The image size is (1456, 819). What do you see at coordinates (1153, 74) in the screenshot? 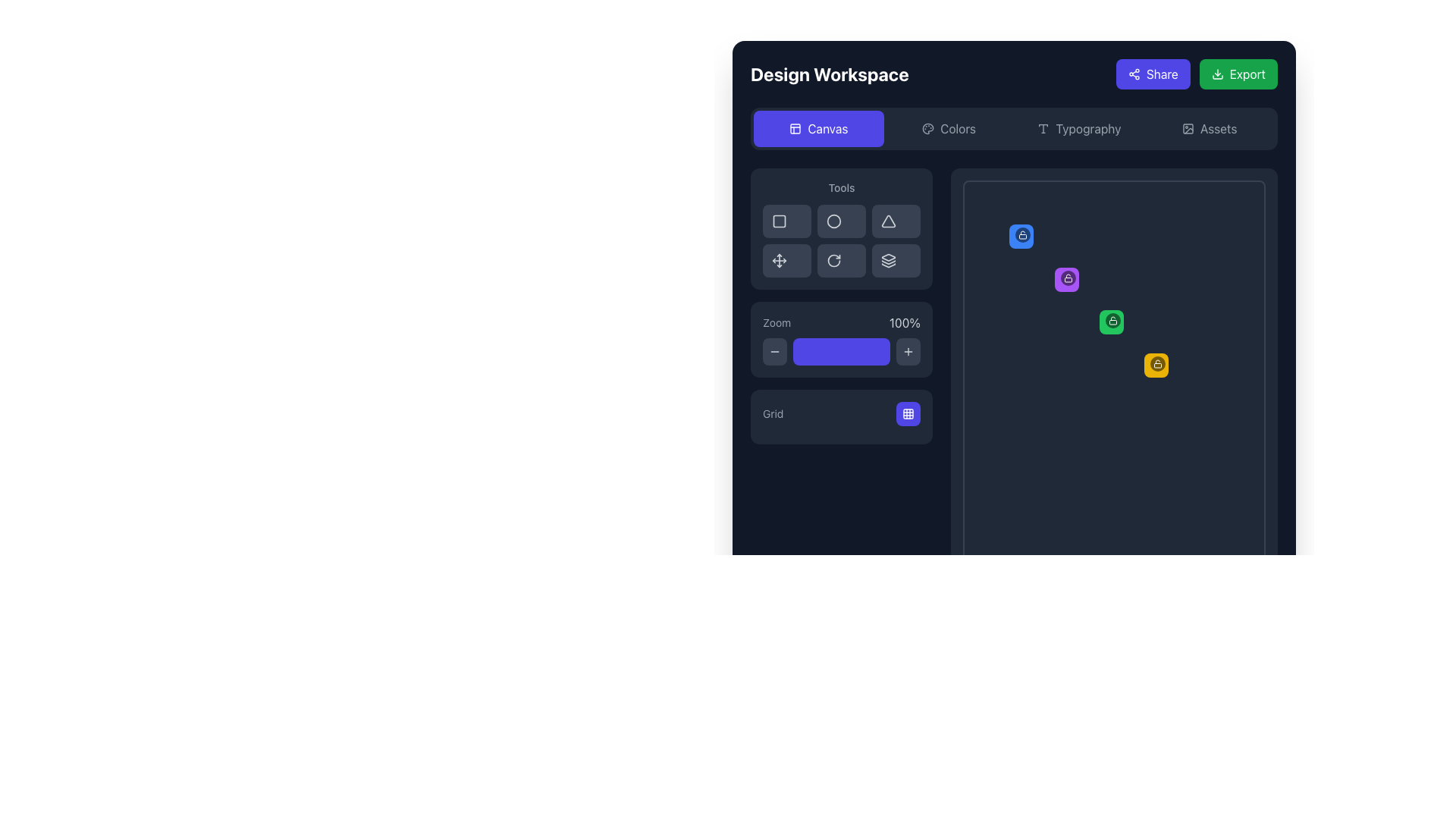
I see `the purple 'Share' button located at the top-right corner of the interface, adjacent to the green 'Export' button, to share content` at bounding box center [1153, 74].